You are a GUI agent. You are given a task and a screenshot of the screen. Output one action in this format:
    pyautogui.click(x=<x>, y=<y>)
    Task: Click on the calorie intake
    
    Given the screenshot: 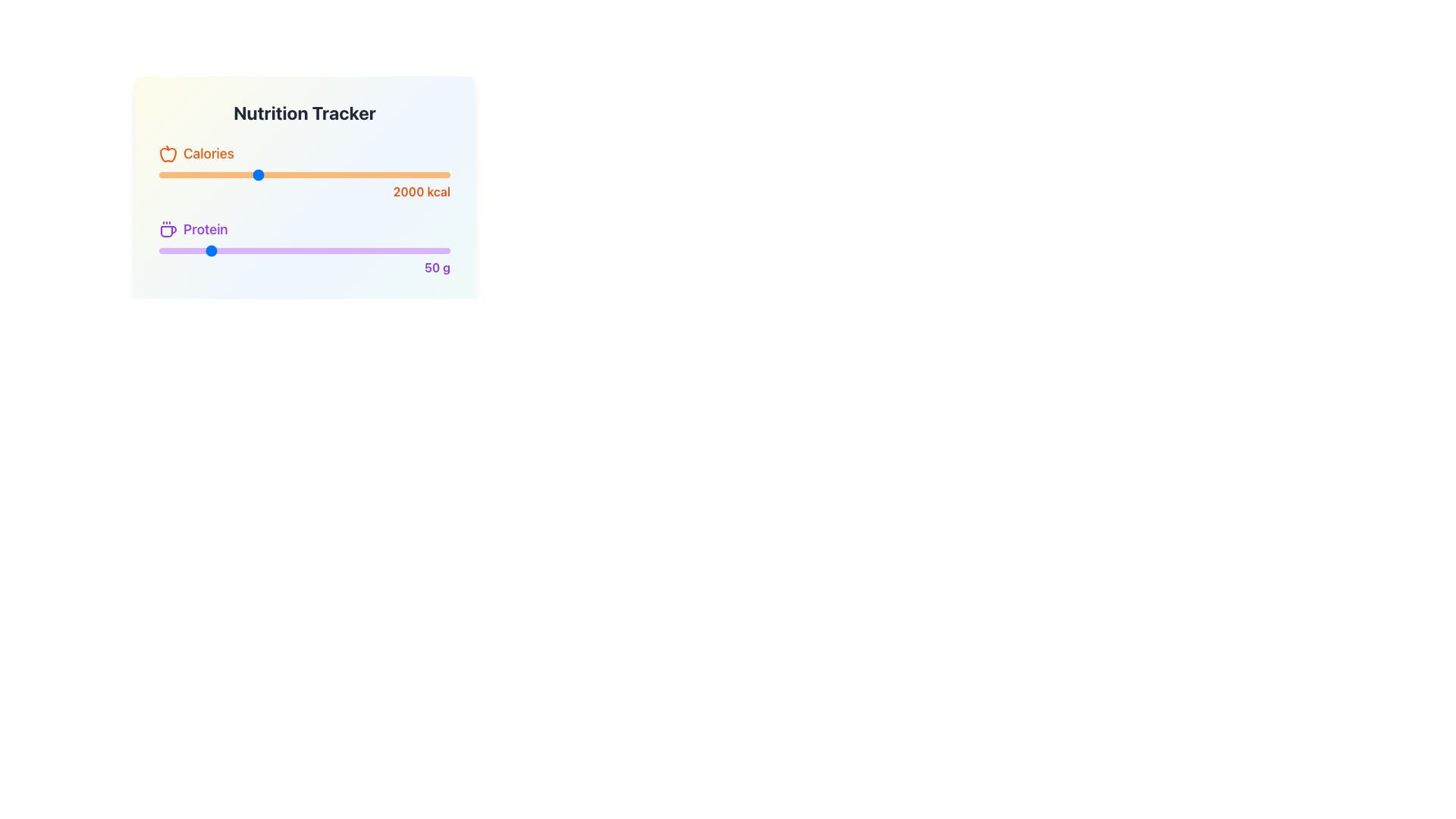 What is the action you would take?
    pyautogui.click(x=422, y=171)
    